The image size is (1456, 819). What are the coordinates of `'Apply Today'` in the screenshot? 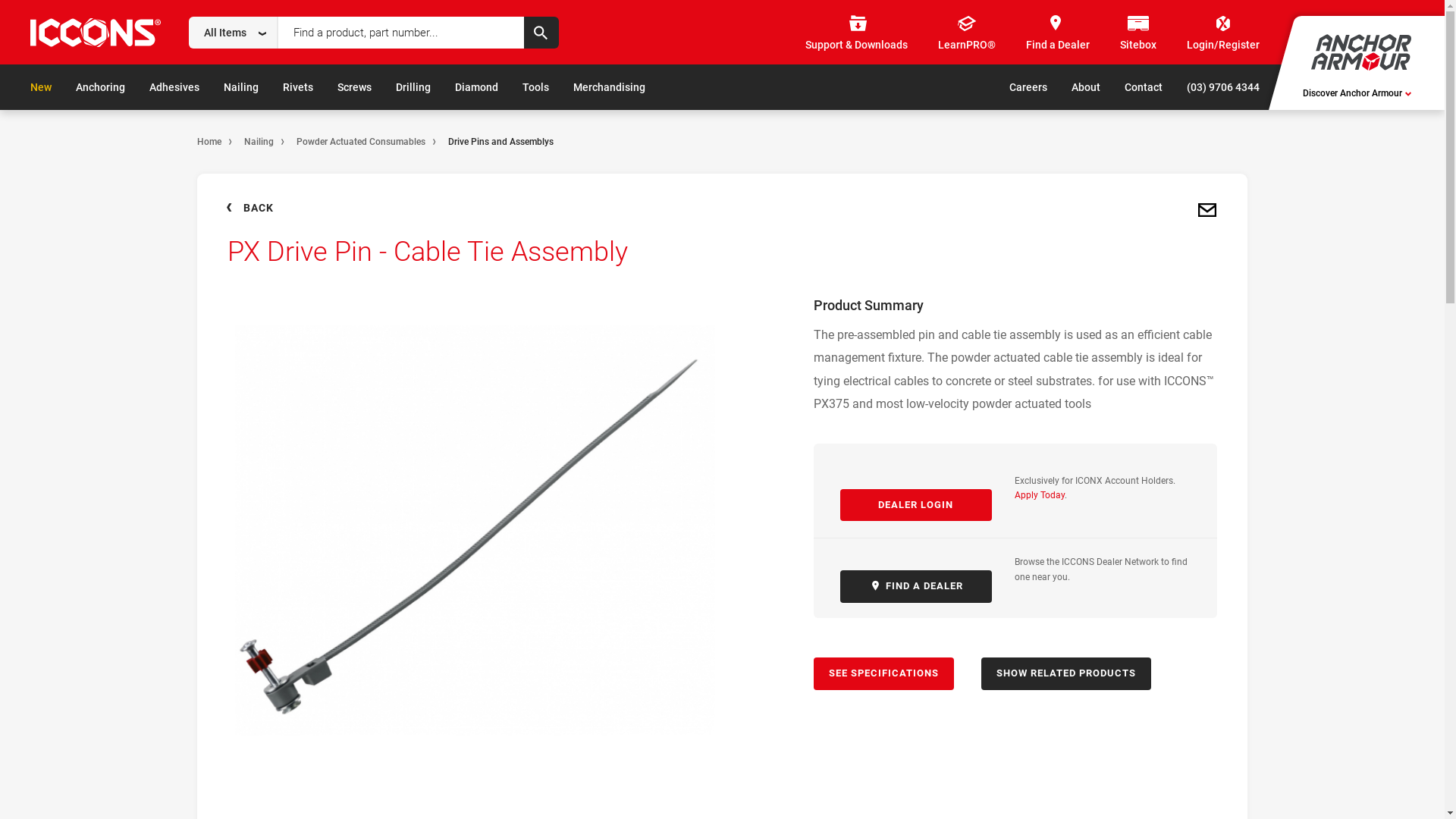 It's located at (1039, 494).